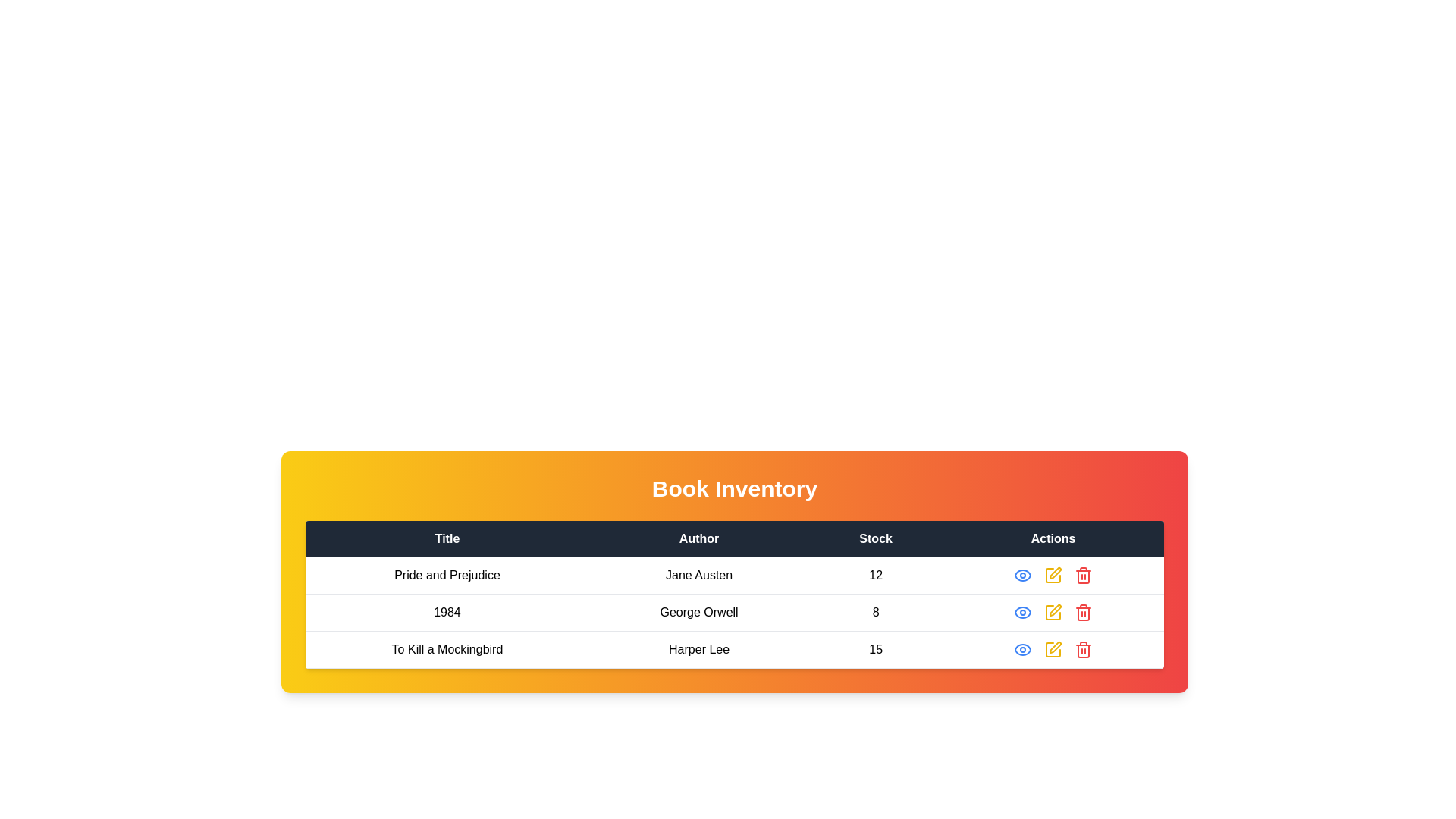 The image size is (1456, 819). I want to click on the yellow pencil icon in the Action group for the book 'To Kill a Mockingbird', so click(1052, 648).